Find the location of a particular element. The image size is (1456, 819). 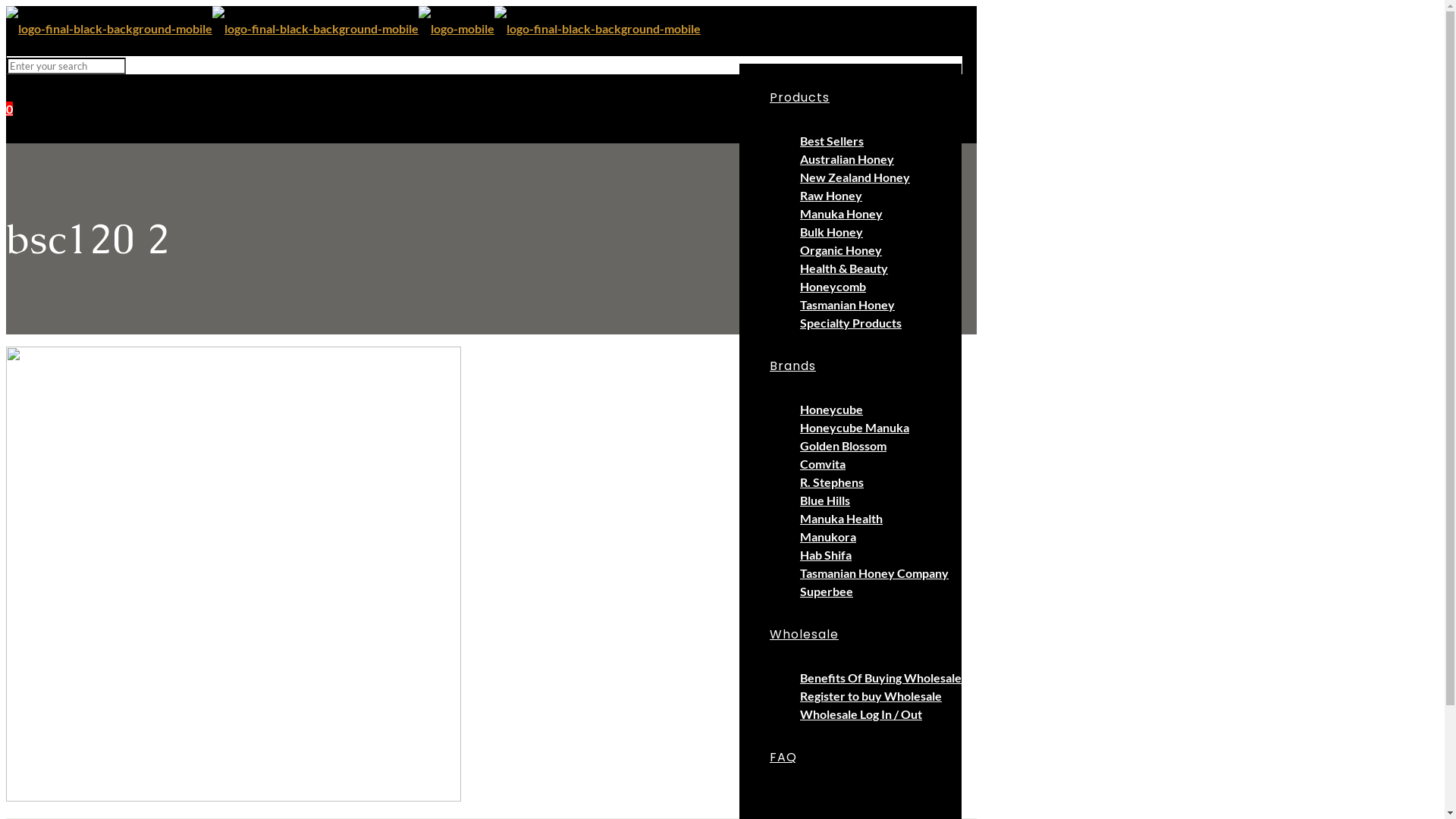

'Manuka Honey' is located at coordinates (840, 213).